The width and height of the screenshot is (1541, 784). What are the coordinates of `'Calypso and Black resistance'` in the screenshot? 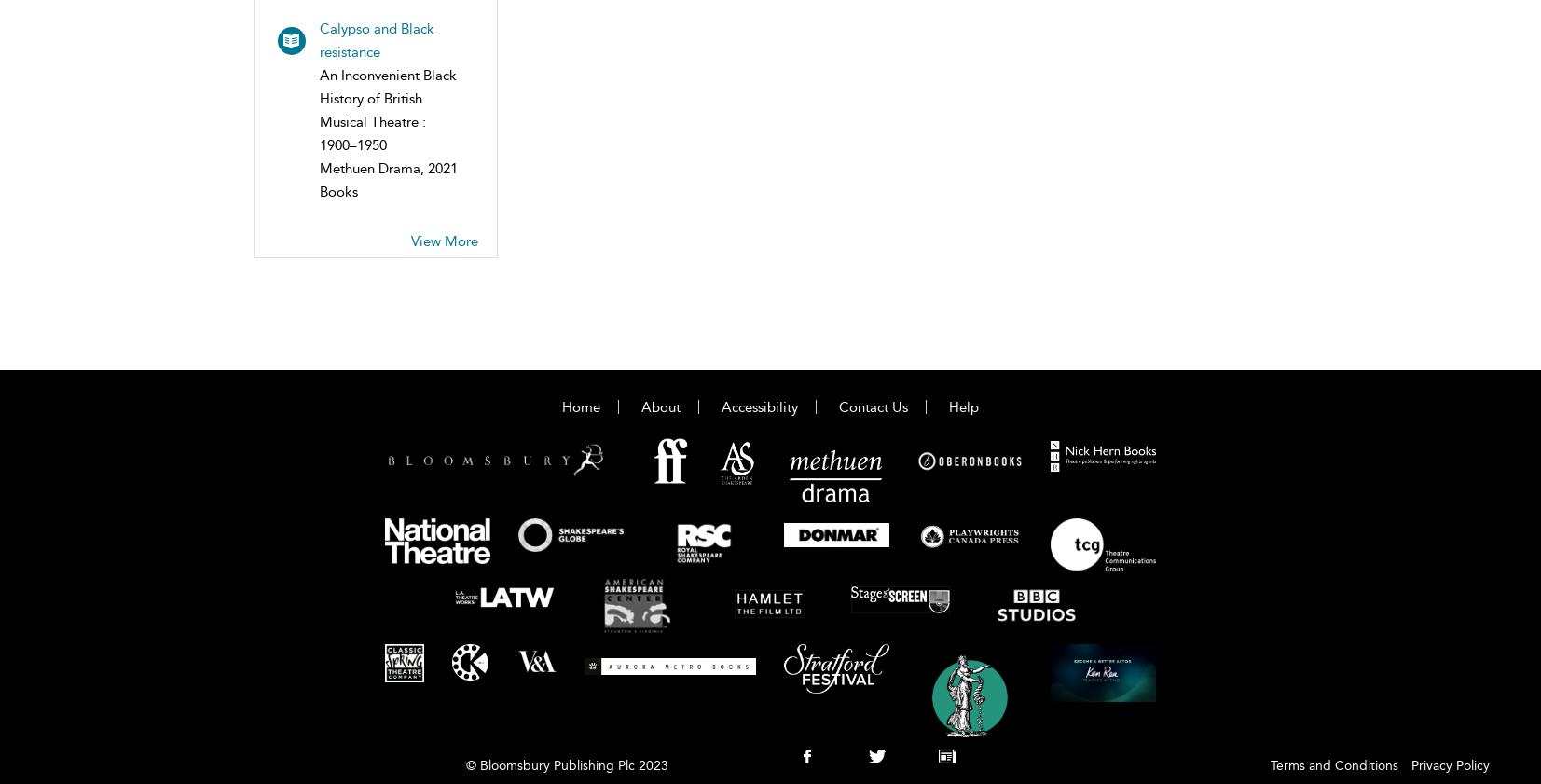 It's located at (318, 39).